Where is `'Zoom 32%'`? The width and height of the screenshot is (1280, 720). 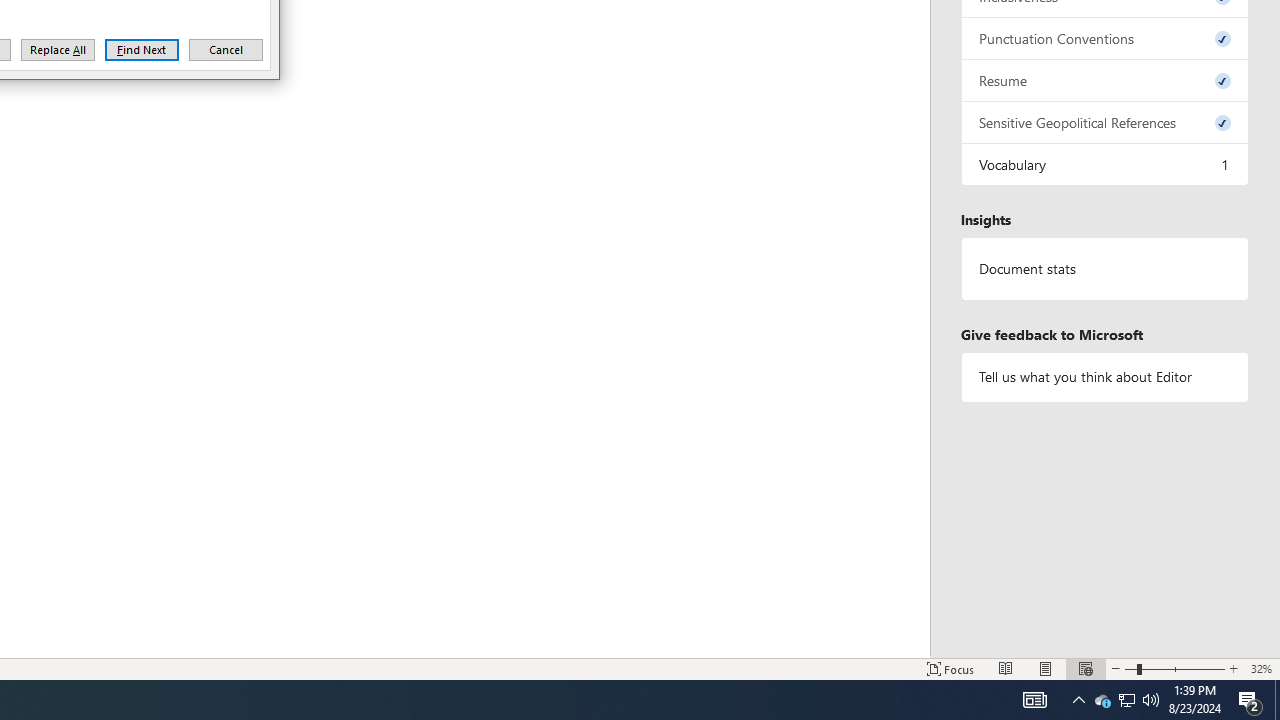 'Zoom 32%' is located at coordinates (1260, 669).